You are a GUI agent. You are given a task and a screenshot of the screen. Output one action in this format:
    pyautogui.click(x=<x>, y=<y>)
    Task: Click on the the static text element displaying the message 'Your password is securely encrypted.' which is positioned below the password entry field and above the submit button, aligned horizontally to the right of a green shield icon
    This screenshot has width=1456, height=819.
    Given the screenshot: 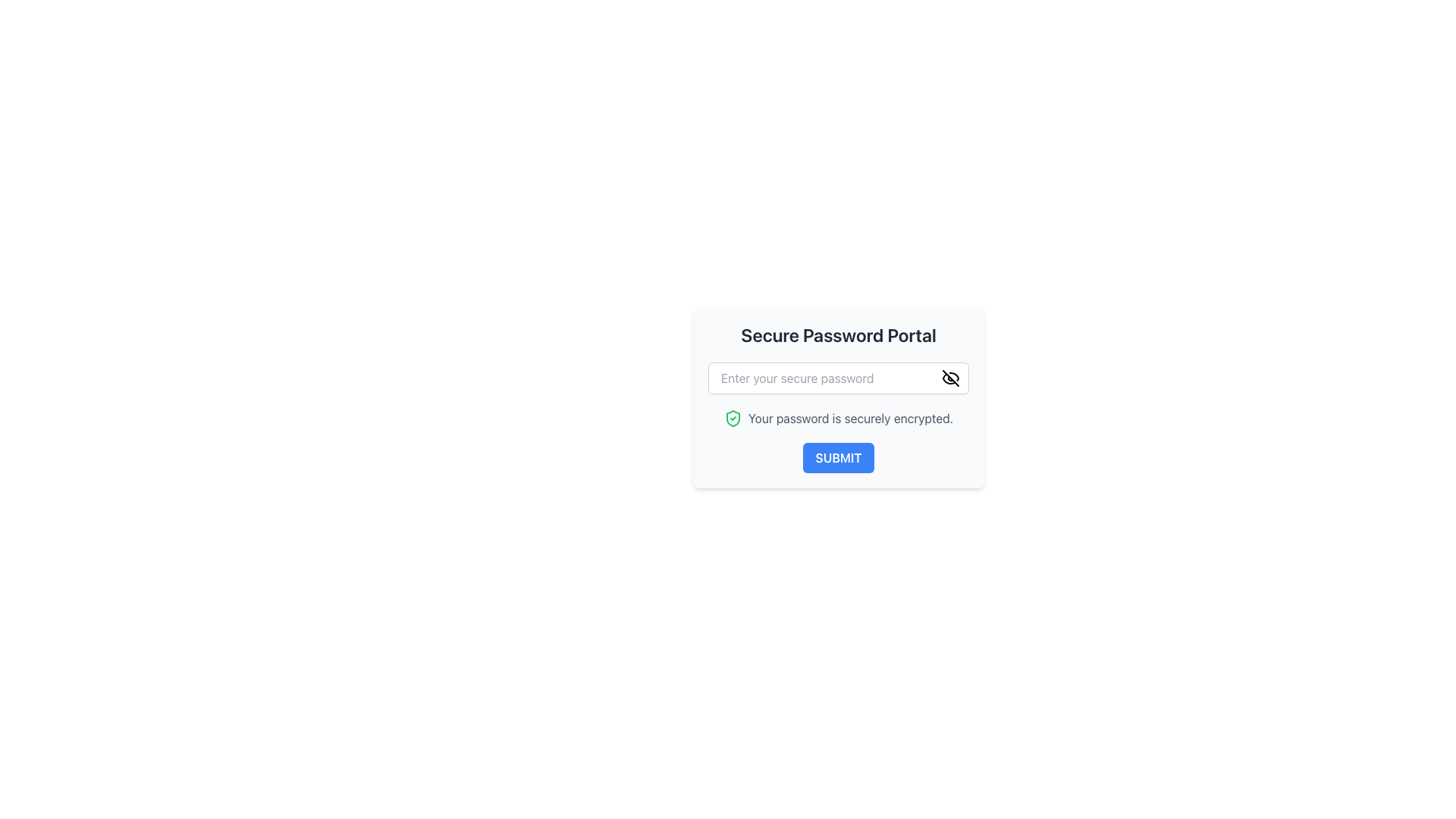 What is the action you would take?
    pyautogui.click(x=851, y=418)
    